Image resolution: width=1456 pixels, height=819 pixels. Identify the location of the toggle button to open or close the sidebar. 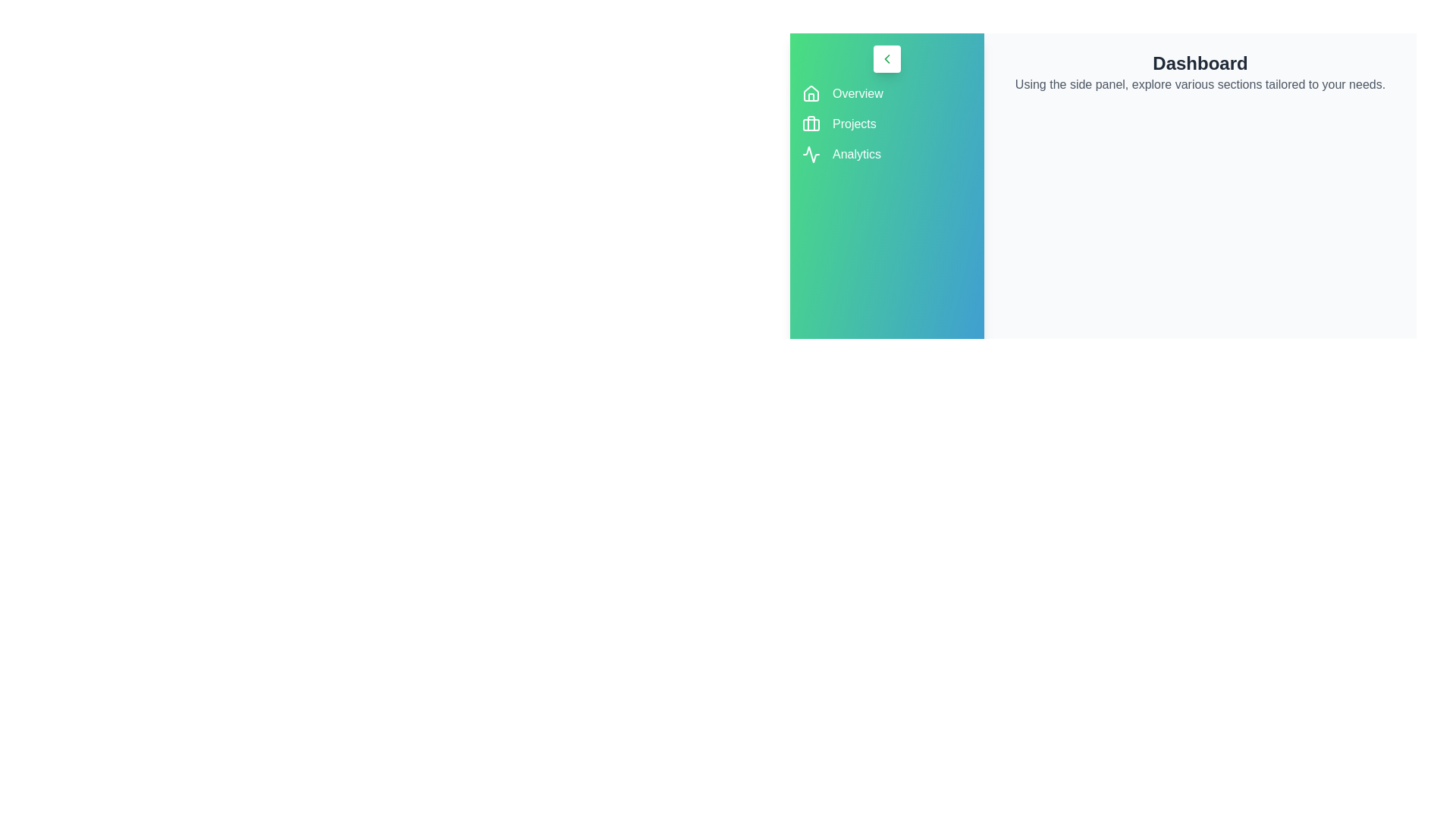
(887, 58).